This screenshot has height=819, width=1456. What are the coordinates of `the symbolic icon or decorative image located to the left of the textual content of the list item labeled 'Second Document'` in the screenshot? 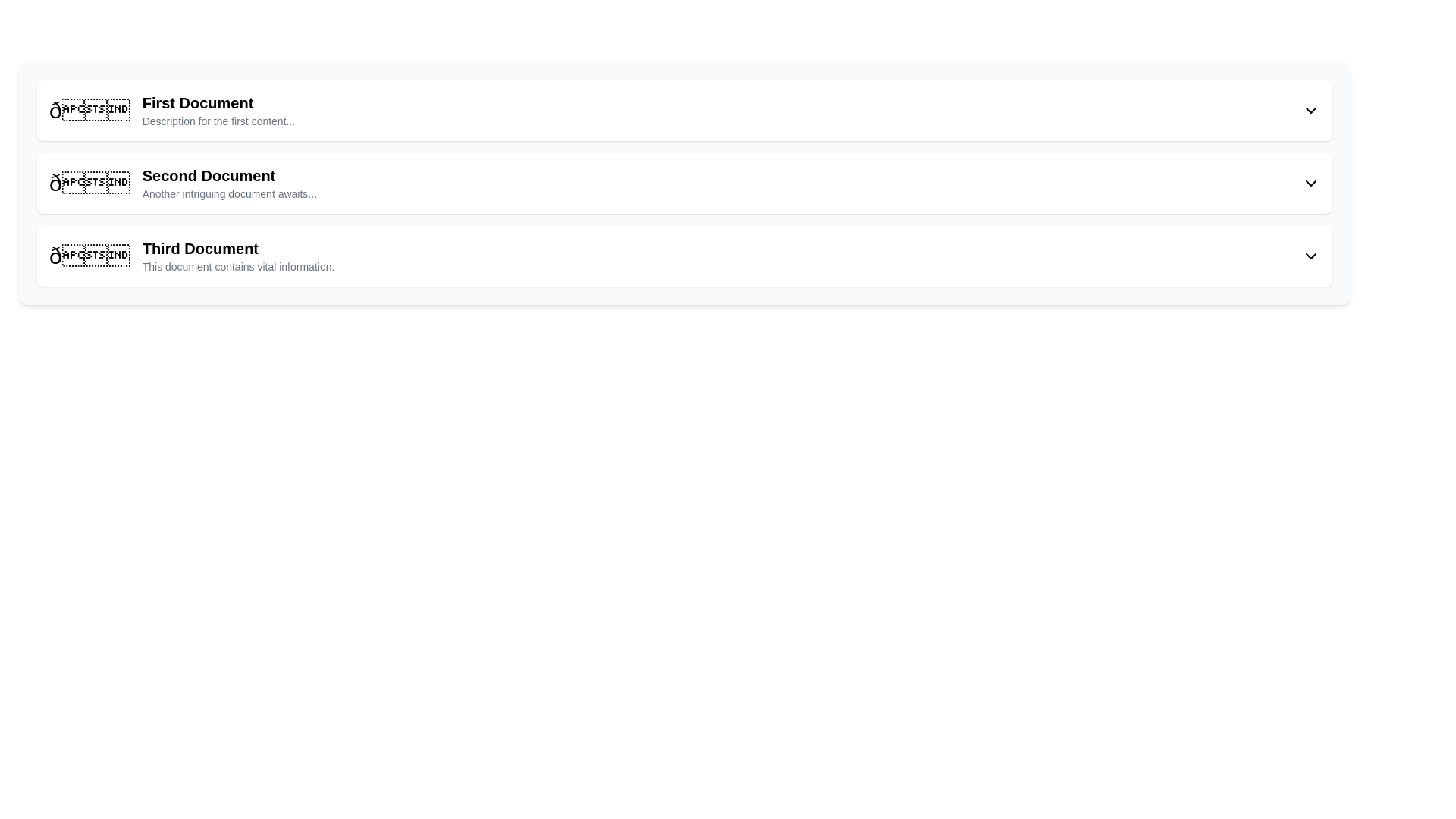 It's located at (89, 183).